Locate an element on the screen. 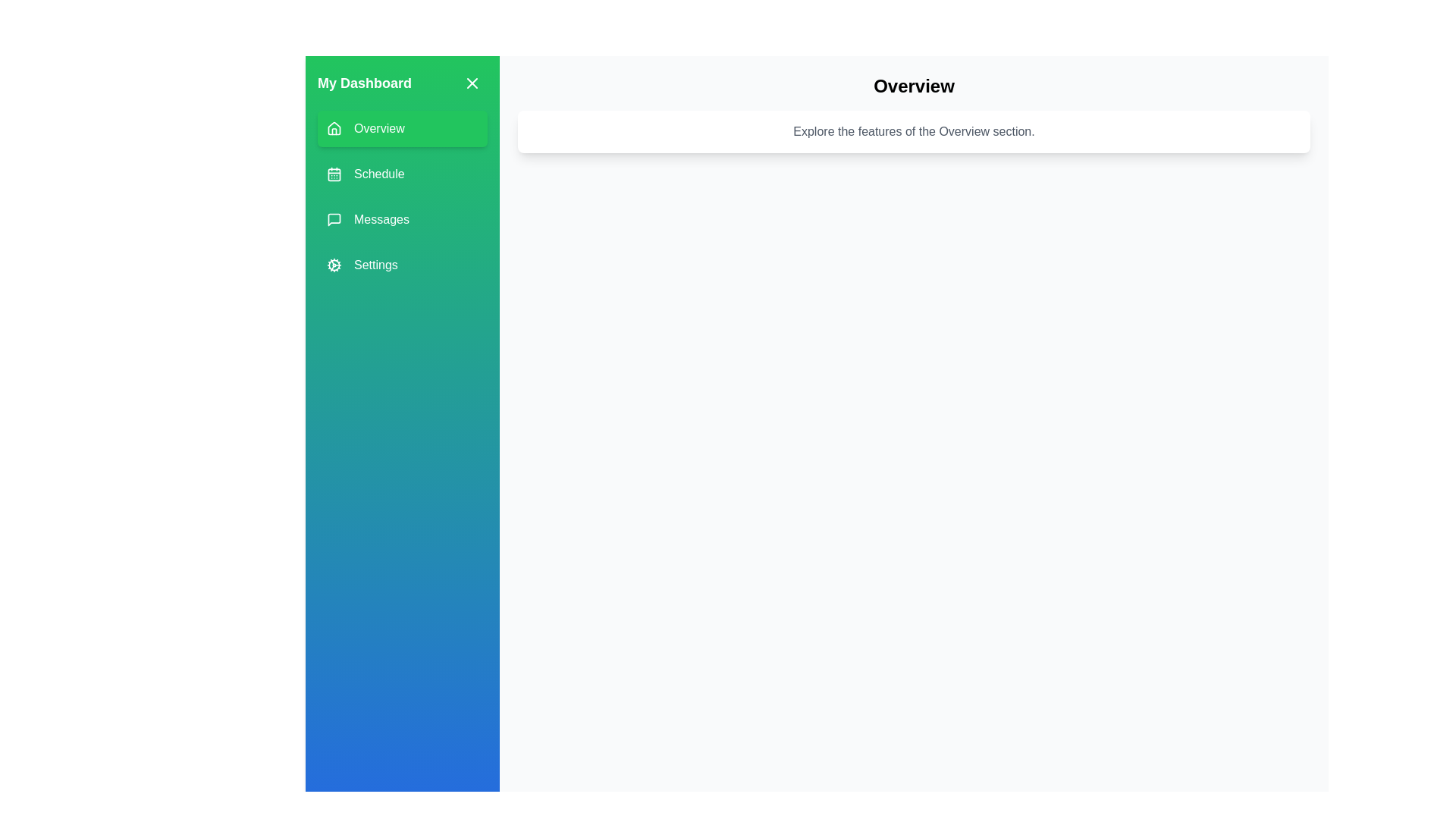  the menu item labeled Messages to change the active section is located at coordinates (403, 219).